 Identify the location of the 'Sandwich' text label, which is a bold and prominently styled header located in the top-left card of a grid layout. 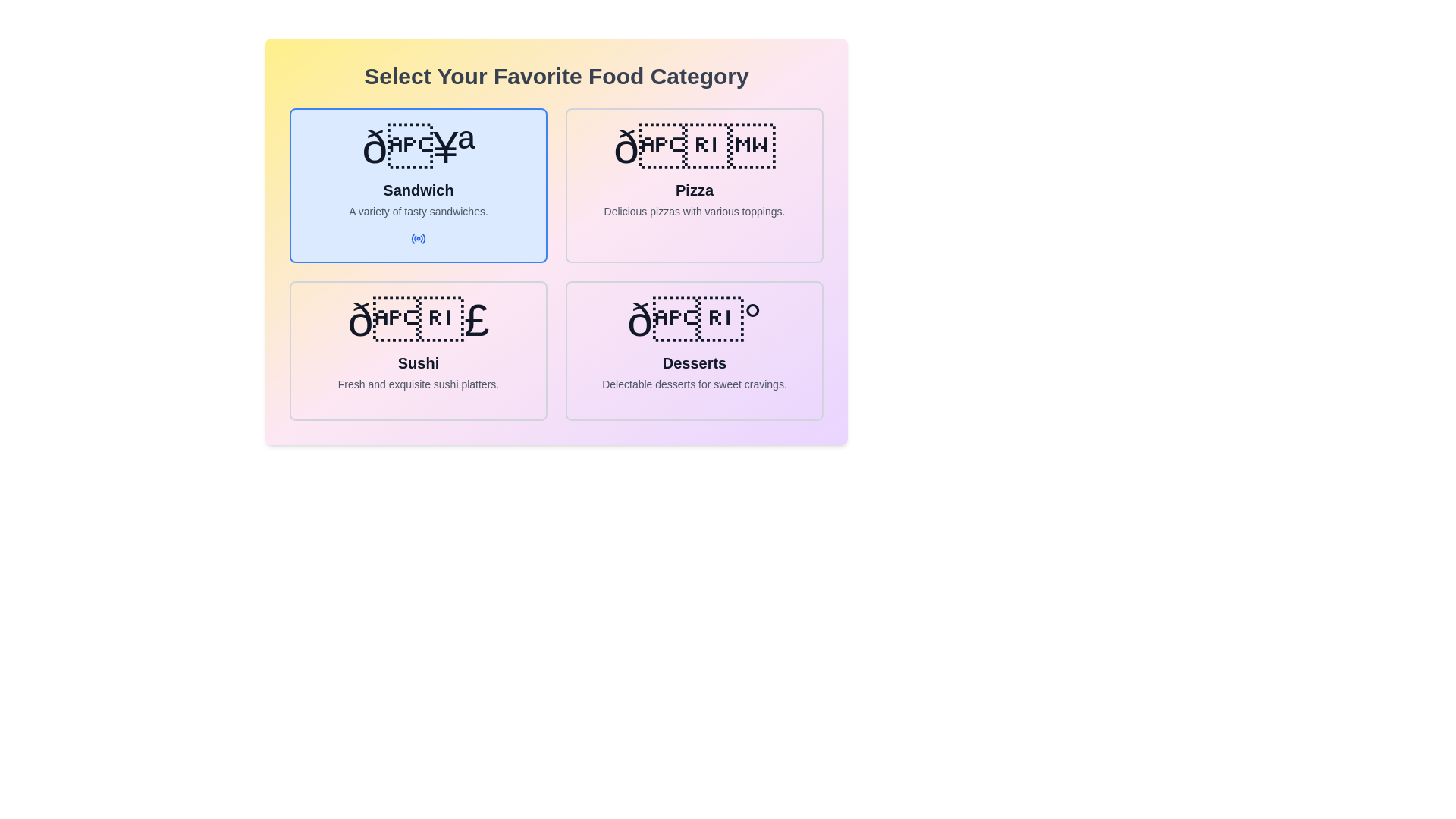
(419, 189).